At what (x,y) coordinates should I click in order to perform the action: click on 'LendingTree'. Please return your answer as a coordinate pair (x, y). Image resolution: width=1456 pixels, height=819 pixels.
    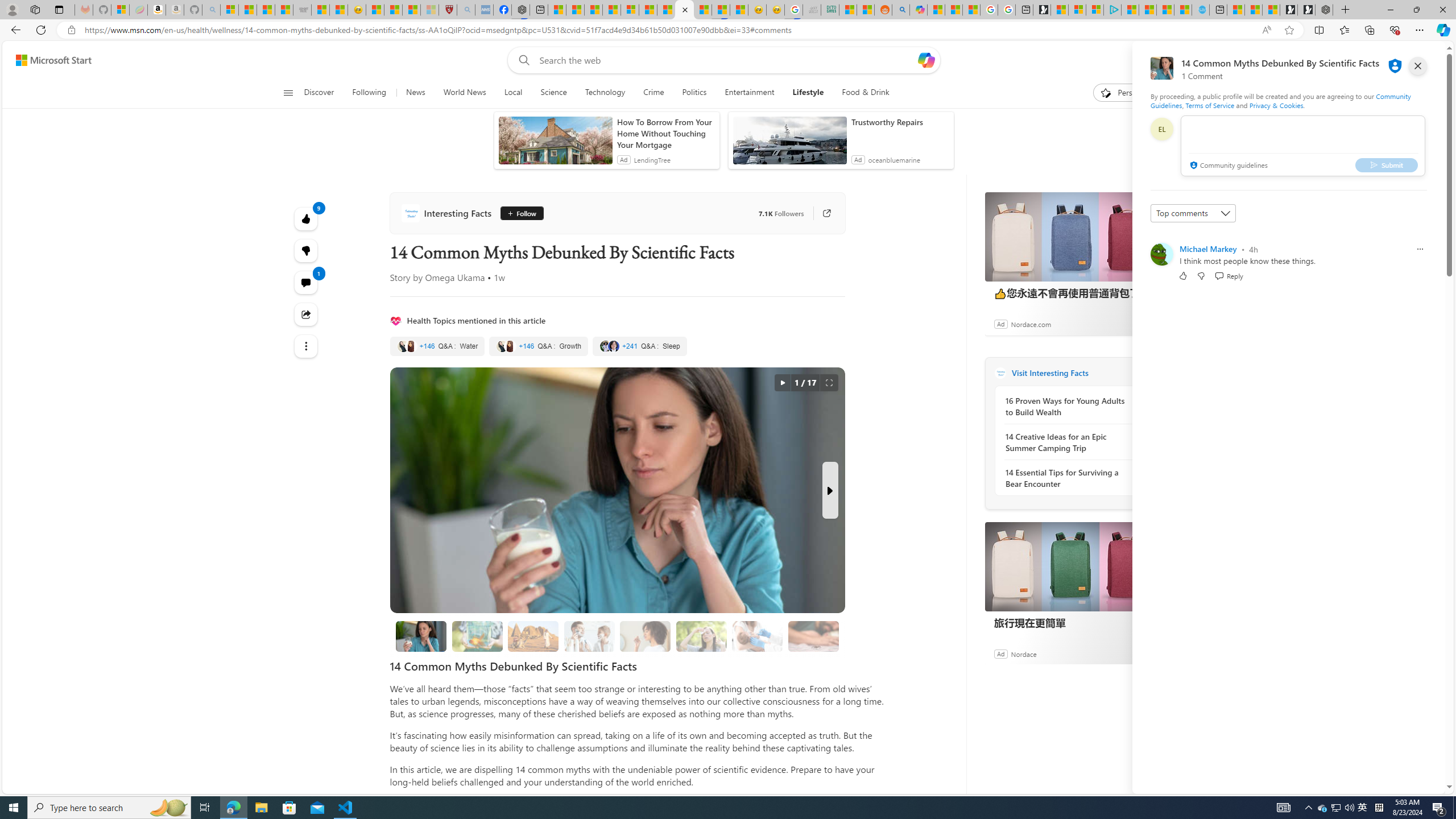
    Looking at the image, I should click on (651, 159).